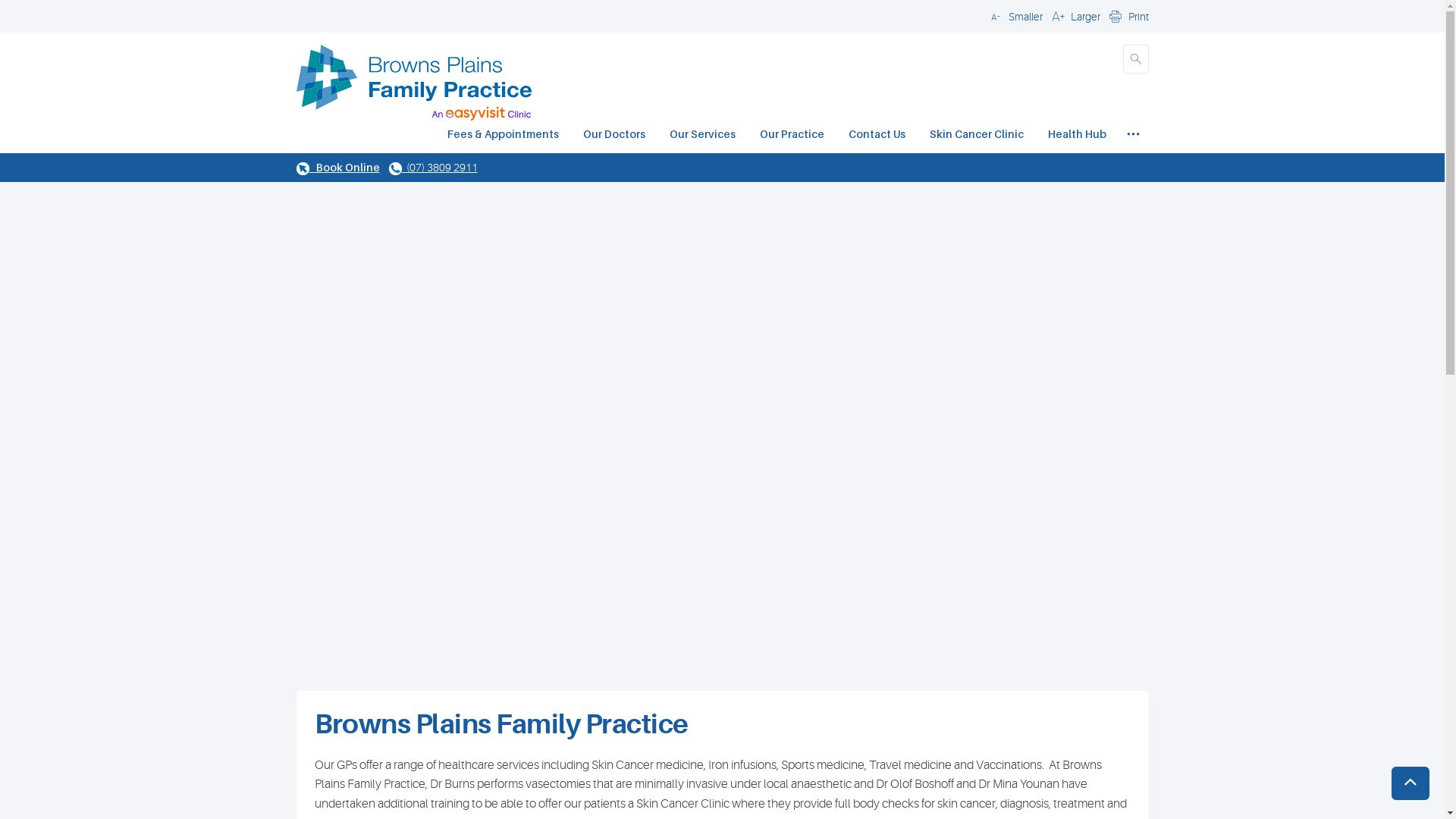 Image resolution: width=1456 pixels, height=819 pixels. Describe the element at coordinates (876, 134) in the screenshot. I see `'Contact Us'` at that location.